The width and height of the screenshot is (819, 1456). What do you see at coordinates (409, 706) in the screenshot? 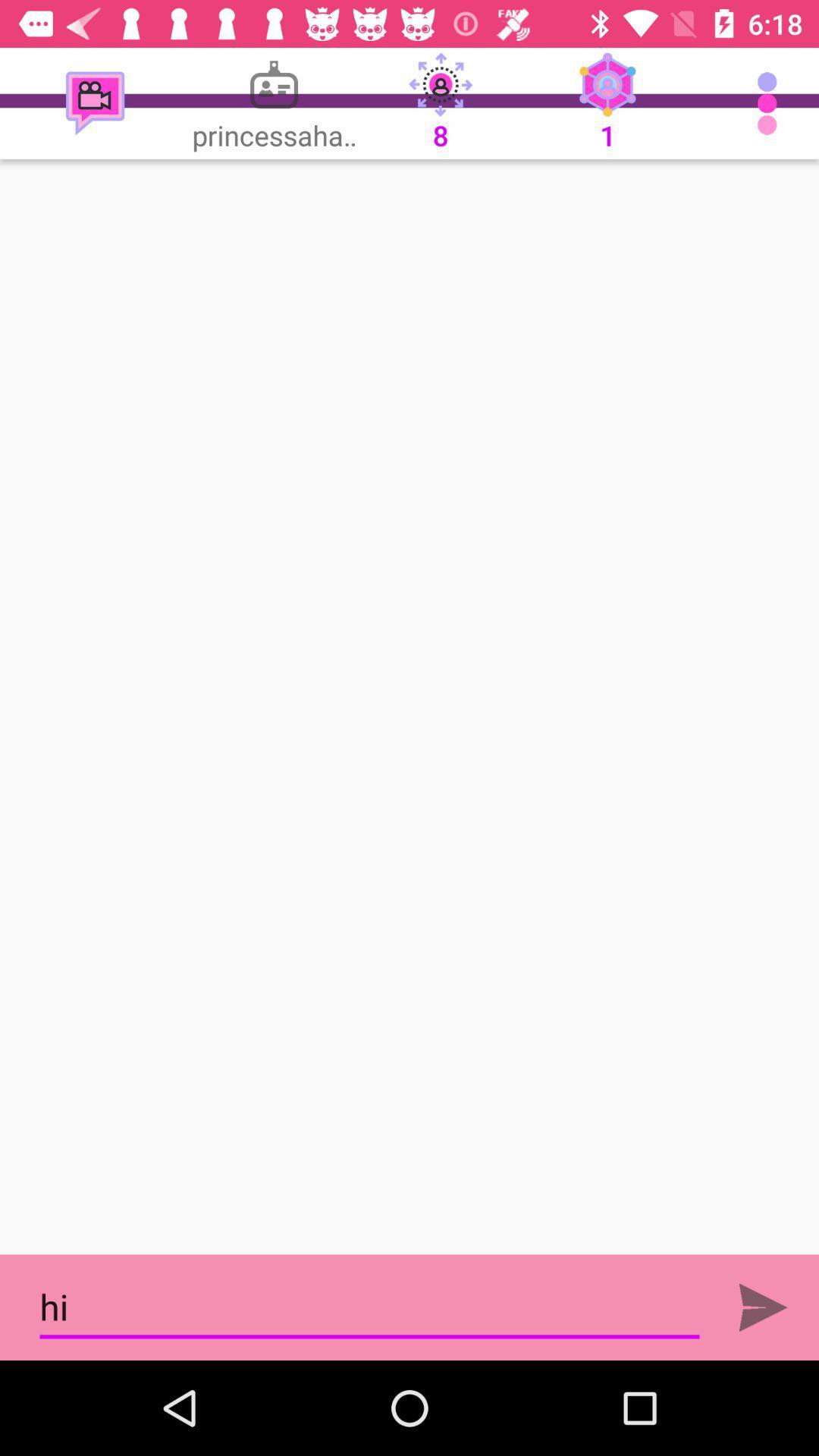
I see `full display` at bounding box center [409, 706].